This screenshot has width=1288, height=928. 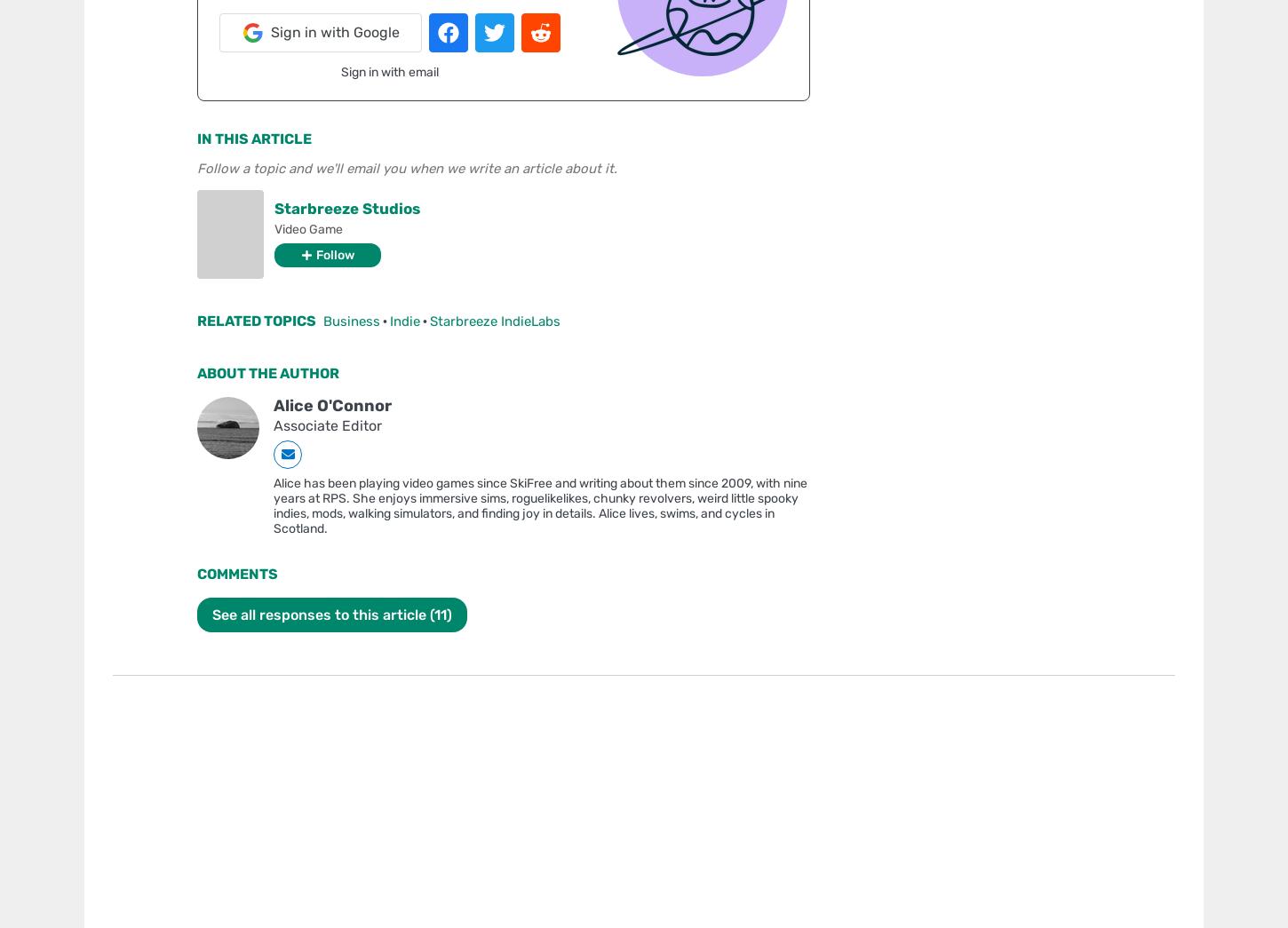 I want to click on 'Starbreeze Studios', so click(x=346, y=206).